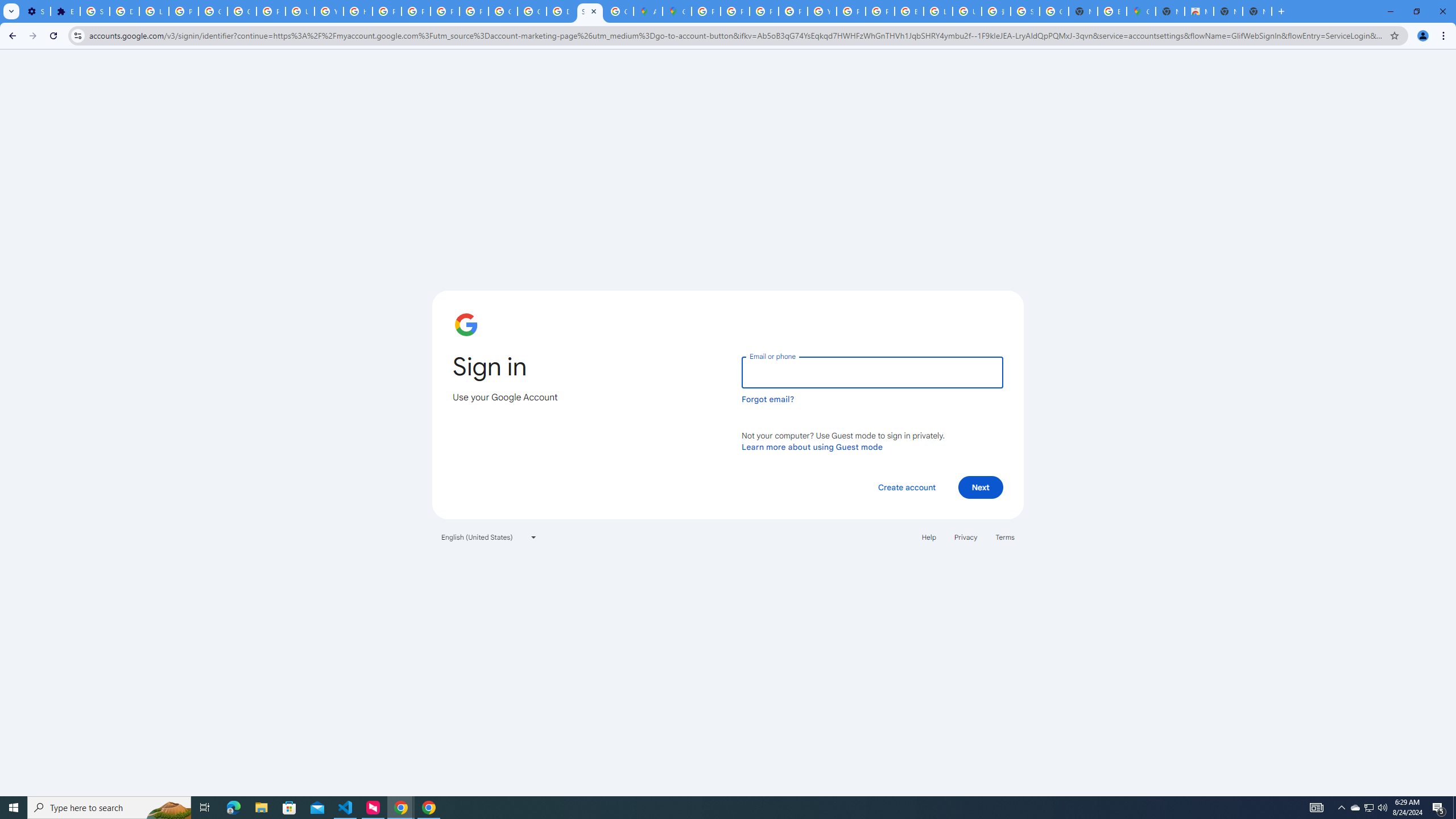 This screenshot has width=1456, height=819. I want to click on 'Terms', so click(1004, 536).